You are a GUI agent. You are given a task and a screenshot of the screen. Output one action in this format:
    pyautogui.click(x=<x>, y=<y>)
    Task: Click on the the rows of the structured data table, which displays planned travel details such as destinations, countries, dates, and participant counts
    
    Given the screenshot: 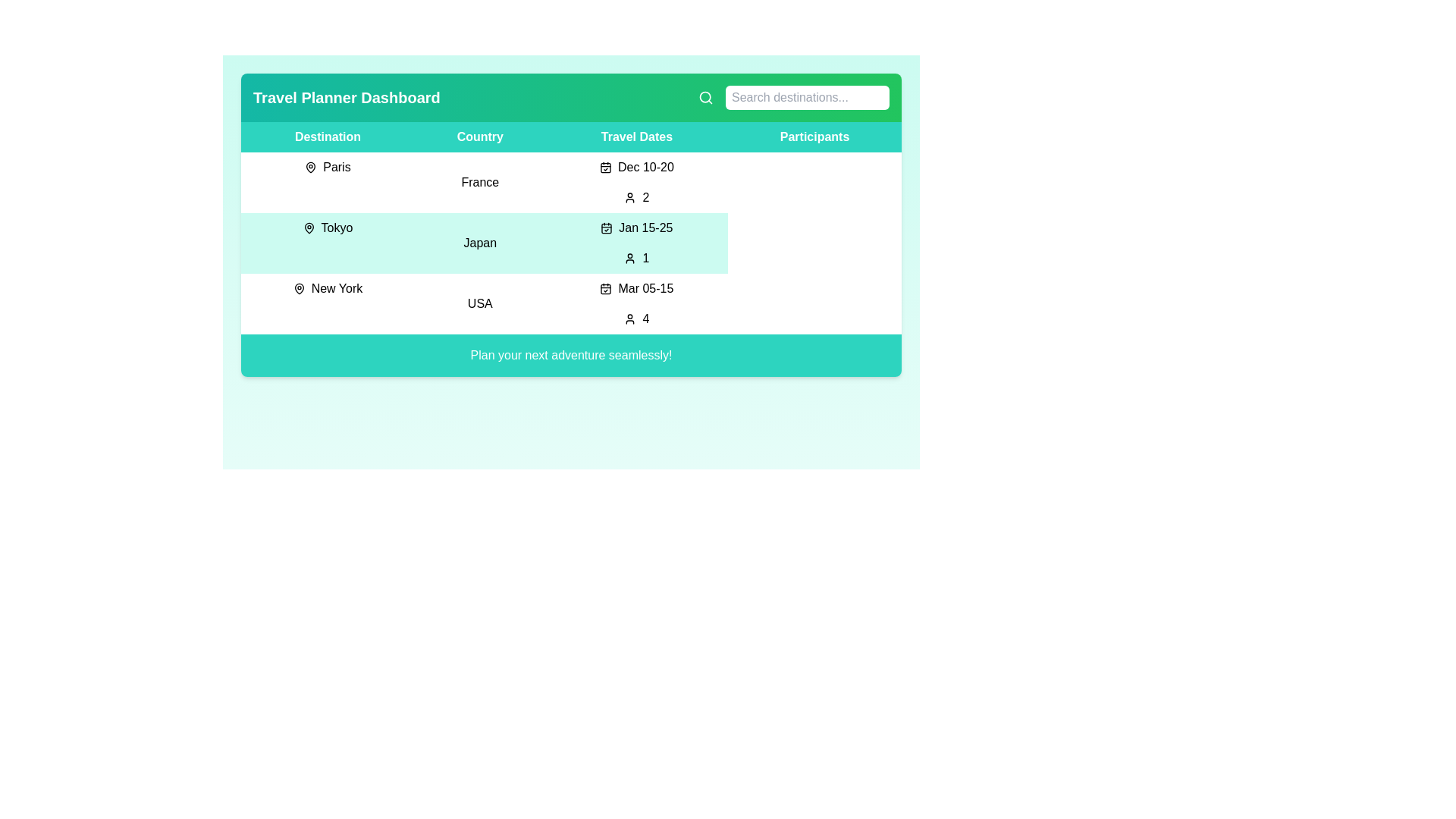 What is the action you would take?
    pyautogui.click(x=570, y=227)
    